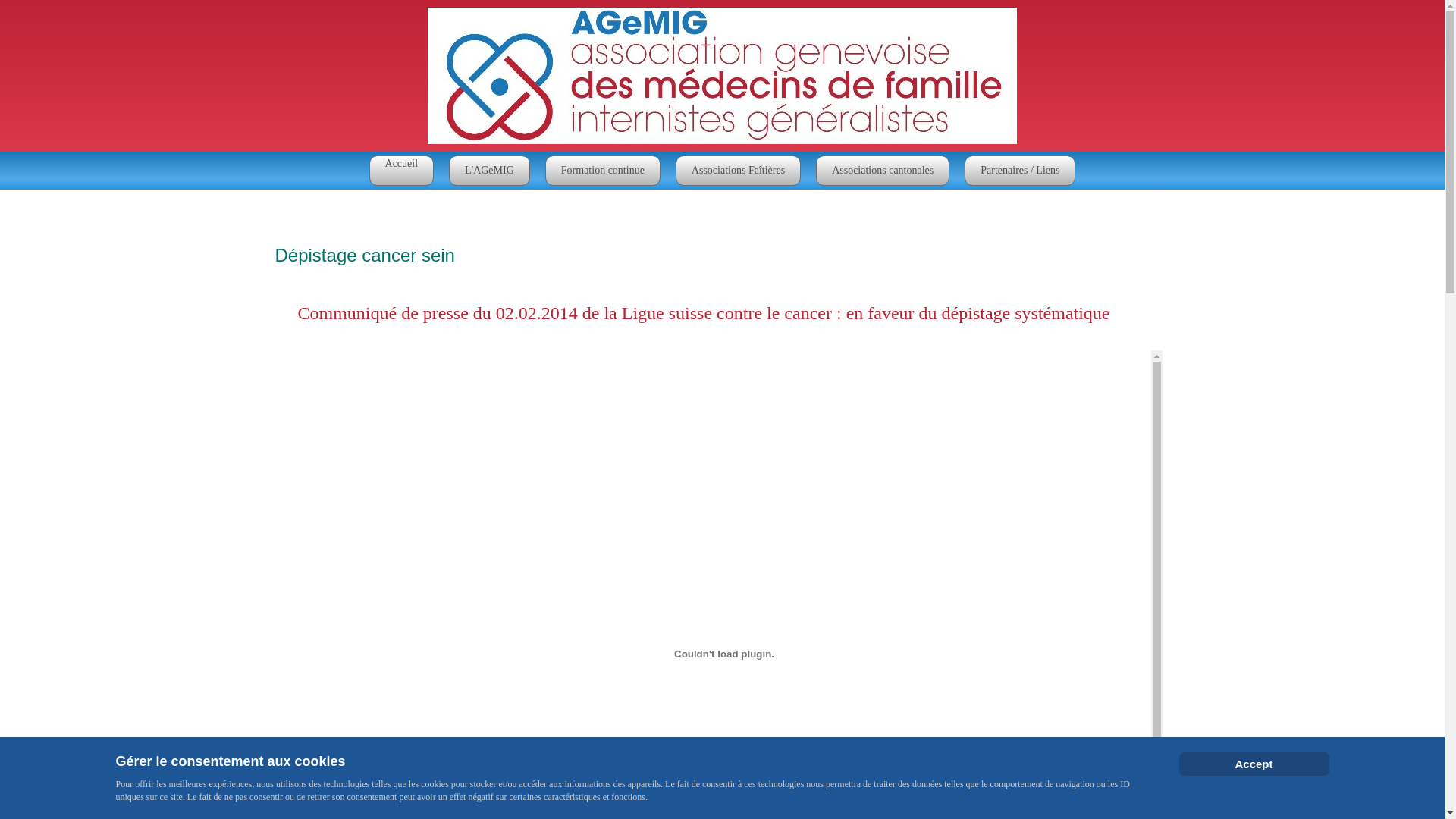 Image resolution: width=1456 pixels, height=819 pixels. I want to click on 'Accueil', so click(401, 170).